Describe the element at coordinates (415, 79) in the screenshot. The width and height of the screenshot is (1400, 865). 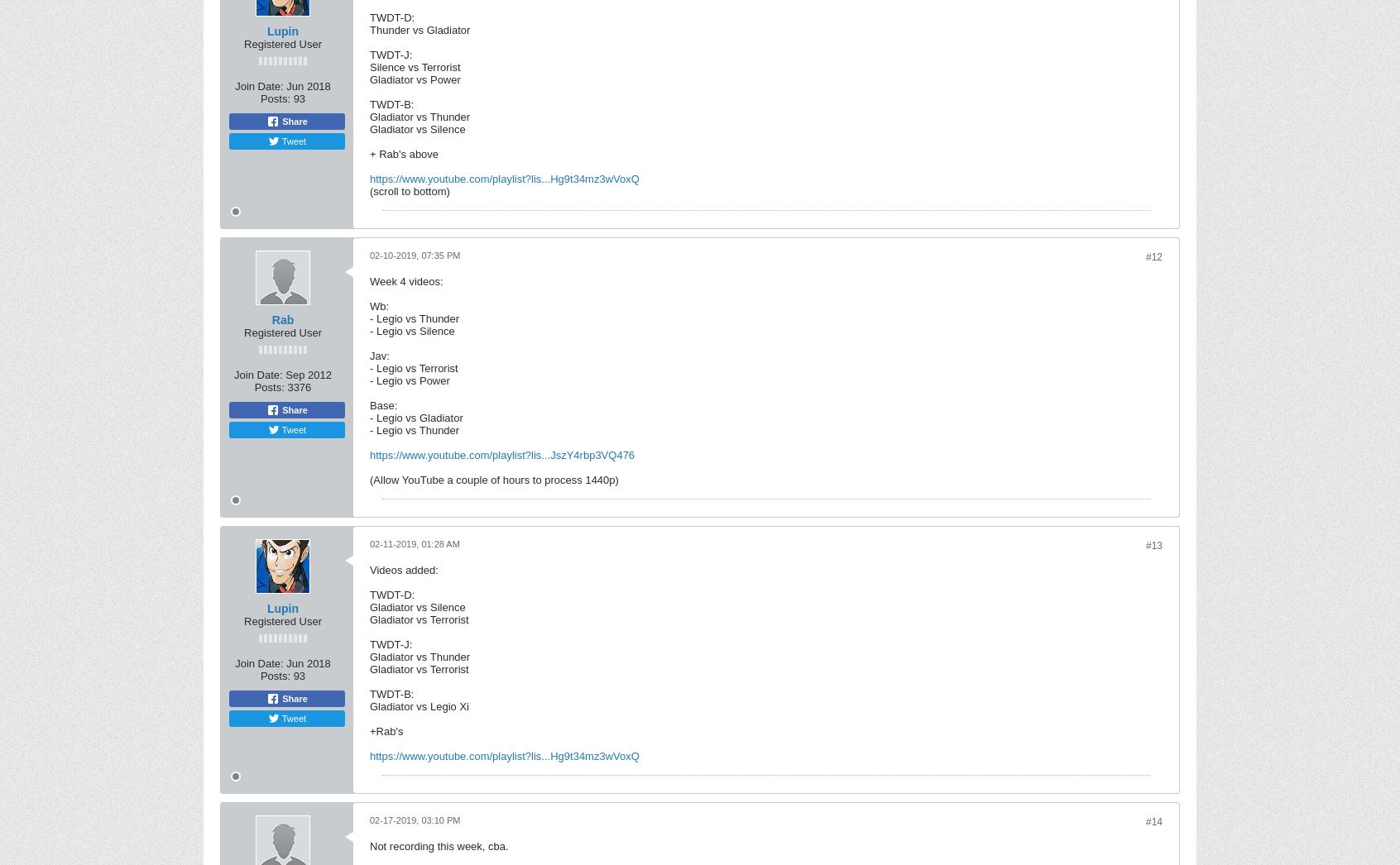
I see `'Gladiator vs Power'` at that location.